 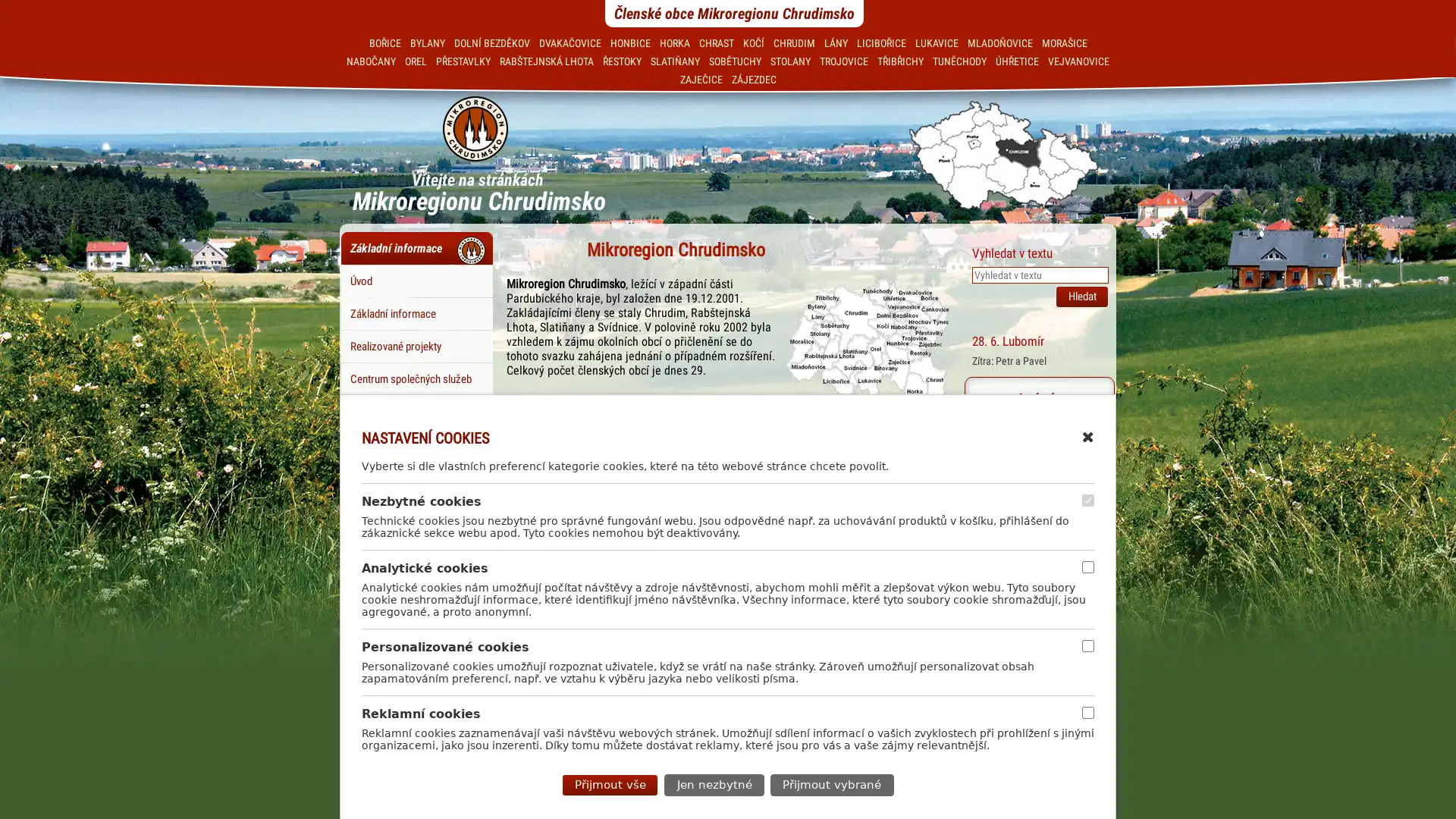 What do you see at coordinates (713, 784) in the screenshot?
I see `Jen nezbytne` at bounding box center [713, 784].